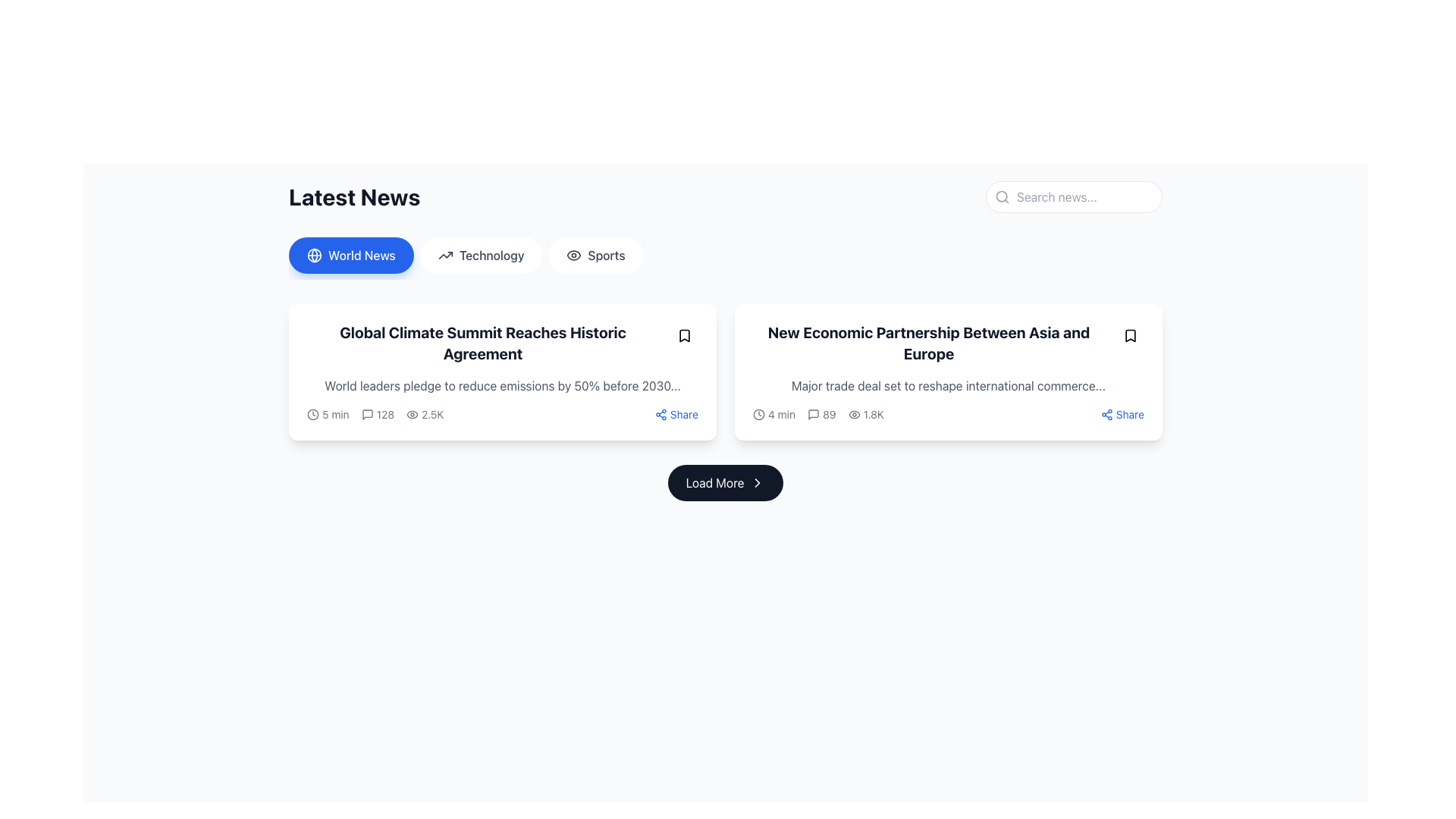 This screenshot has height=819, width=1456. I want to click on the clock icon located in the bottom-left corner of the card displaying 'New Economic Partnership Between Asia and Europe', which is styled with a thin outline and positioned adjacent to the text '4 min', so click(759, 415).